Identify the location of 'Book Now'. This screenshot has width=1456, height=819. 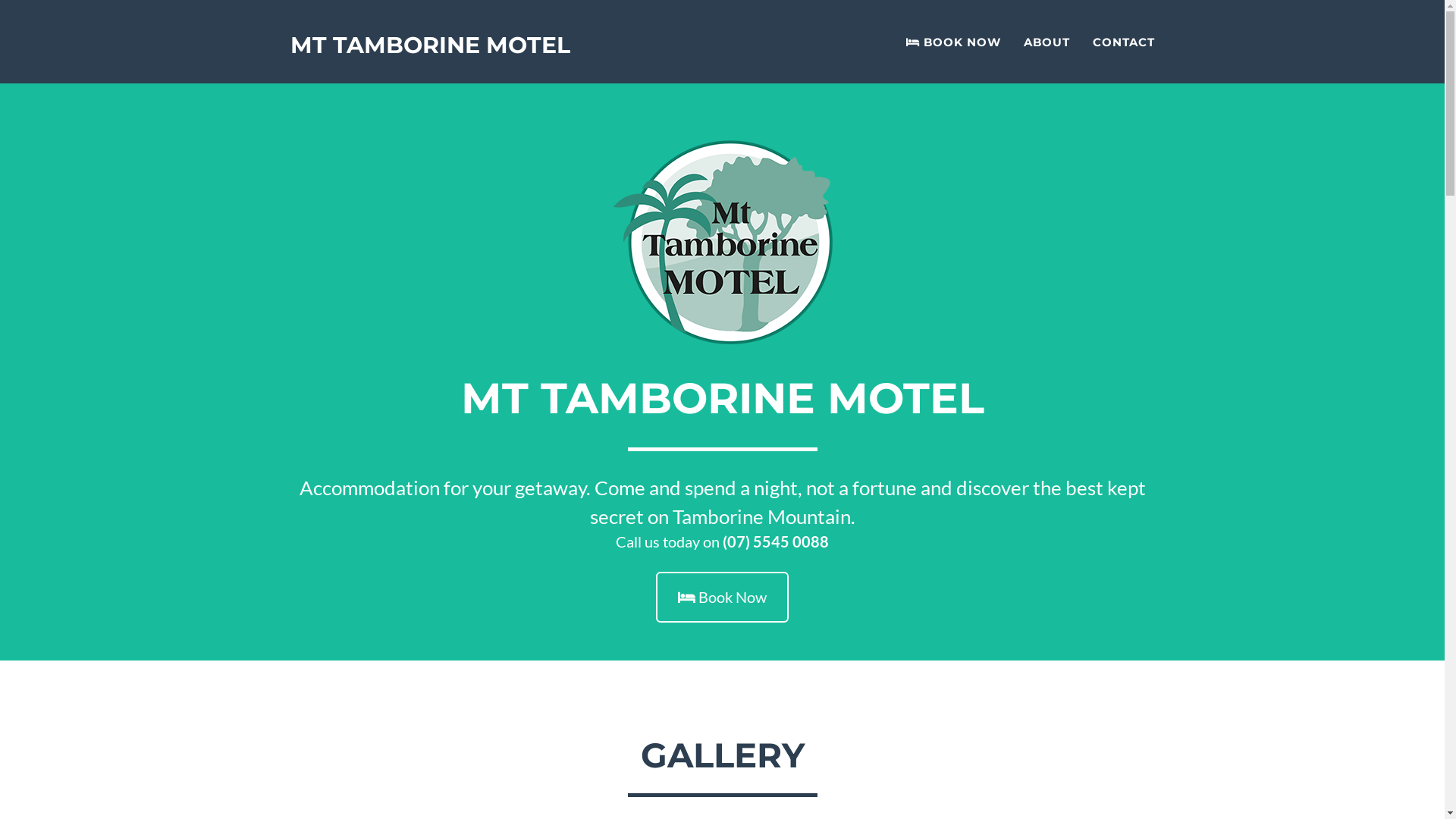
(655, 596).